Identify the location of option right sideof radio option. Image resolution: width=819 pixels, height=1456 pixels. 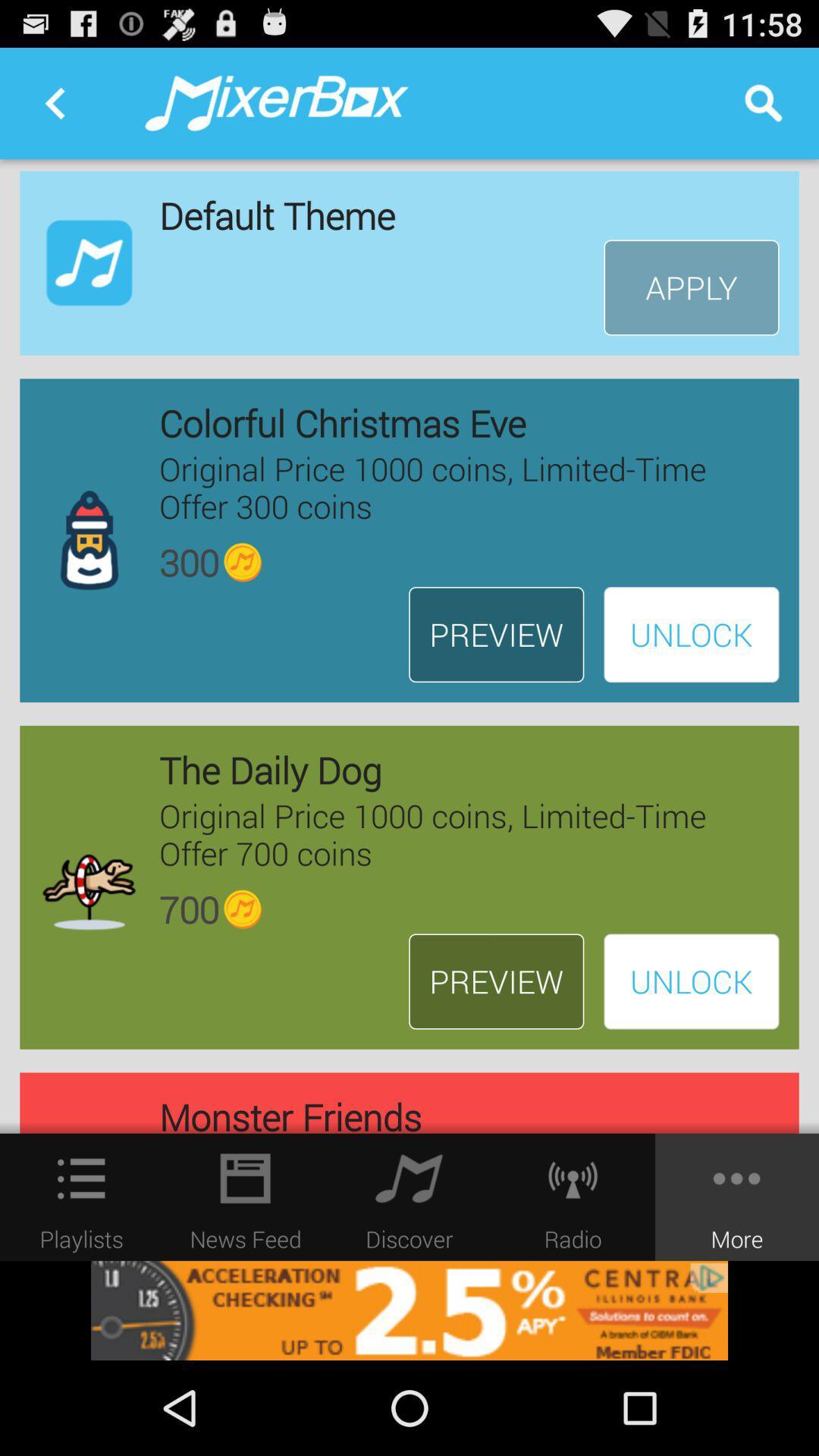
(736, 1197).